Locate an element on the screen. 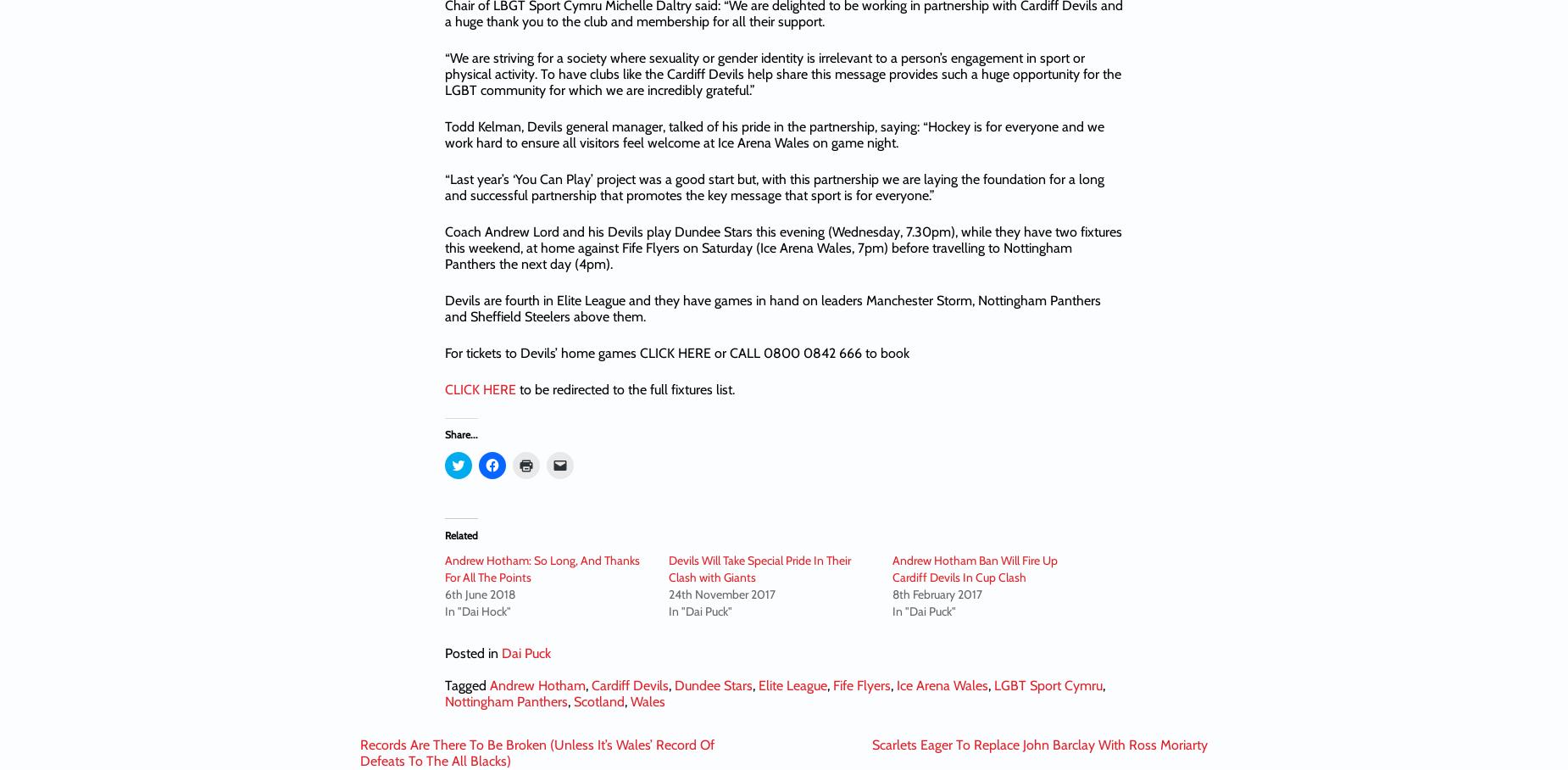 Image resolution: width=1568 pixels, height=770 pixels. 'Nottingham Panthers' is located at coordinates (506, 700).